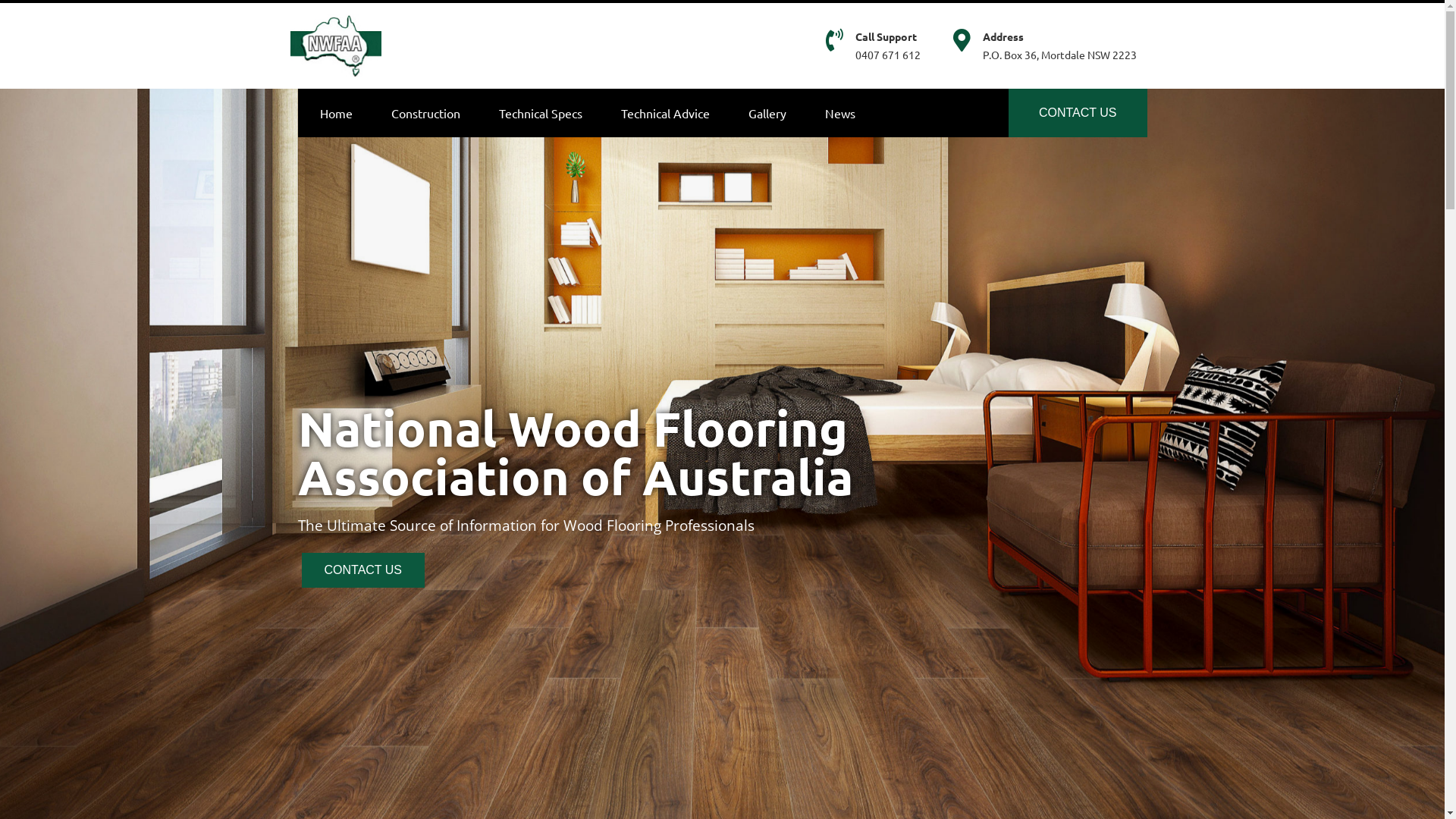 This screenshot has height=819, width=1456. Describe the element at coordinates (539, 111) in the screenshot. I see `'Technical Specs'` at that location.